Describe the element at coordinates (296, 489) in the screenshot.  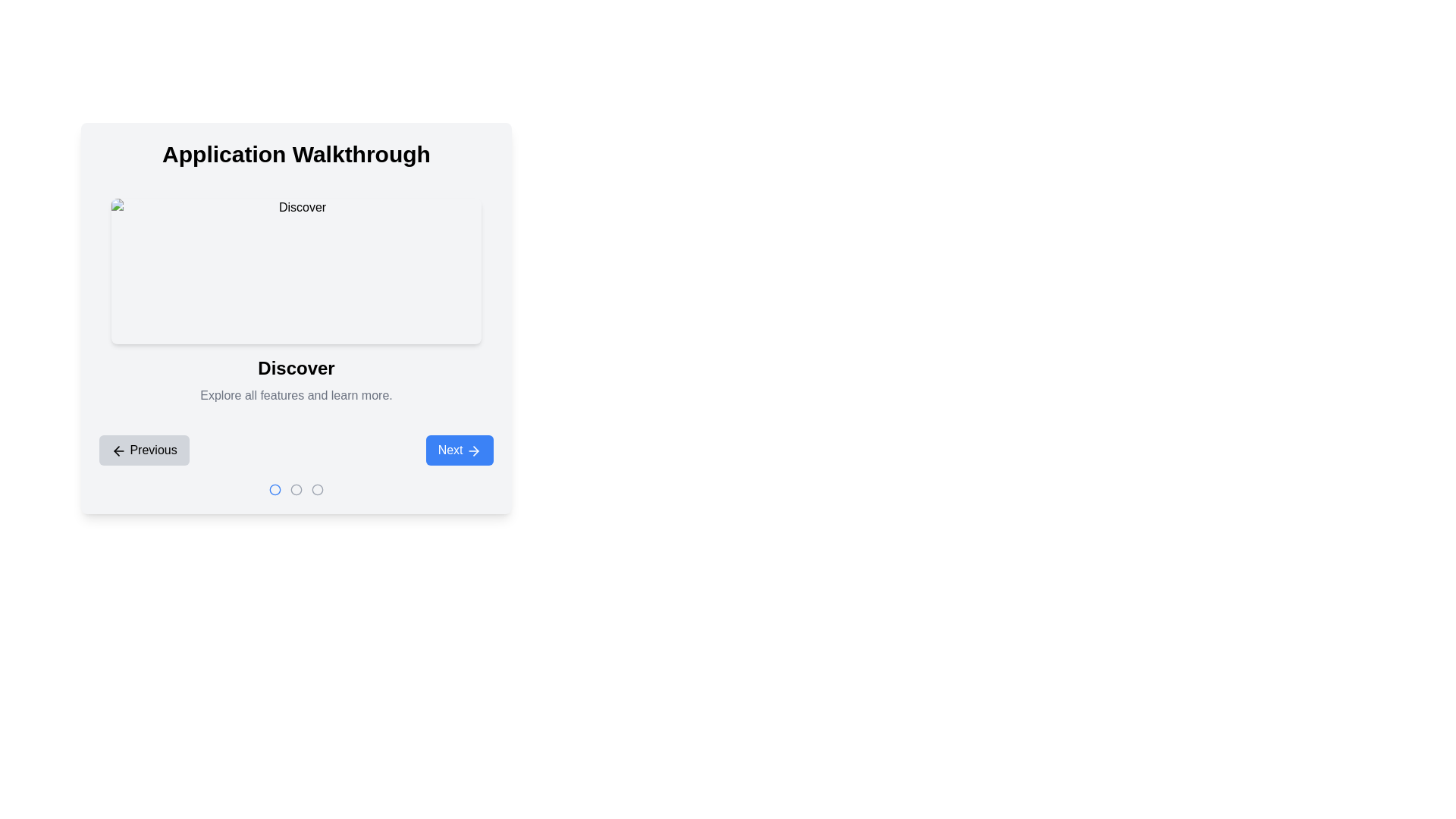
I see `the second circular Indicator icon located at the bottom center of the interface, which represents the second position in a sequence` at that location.